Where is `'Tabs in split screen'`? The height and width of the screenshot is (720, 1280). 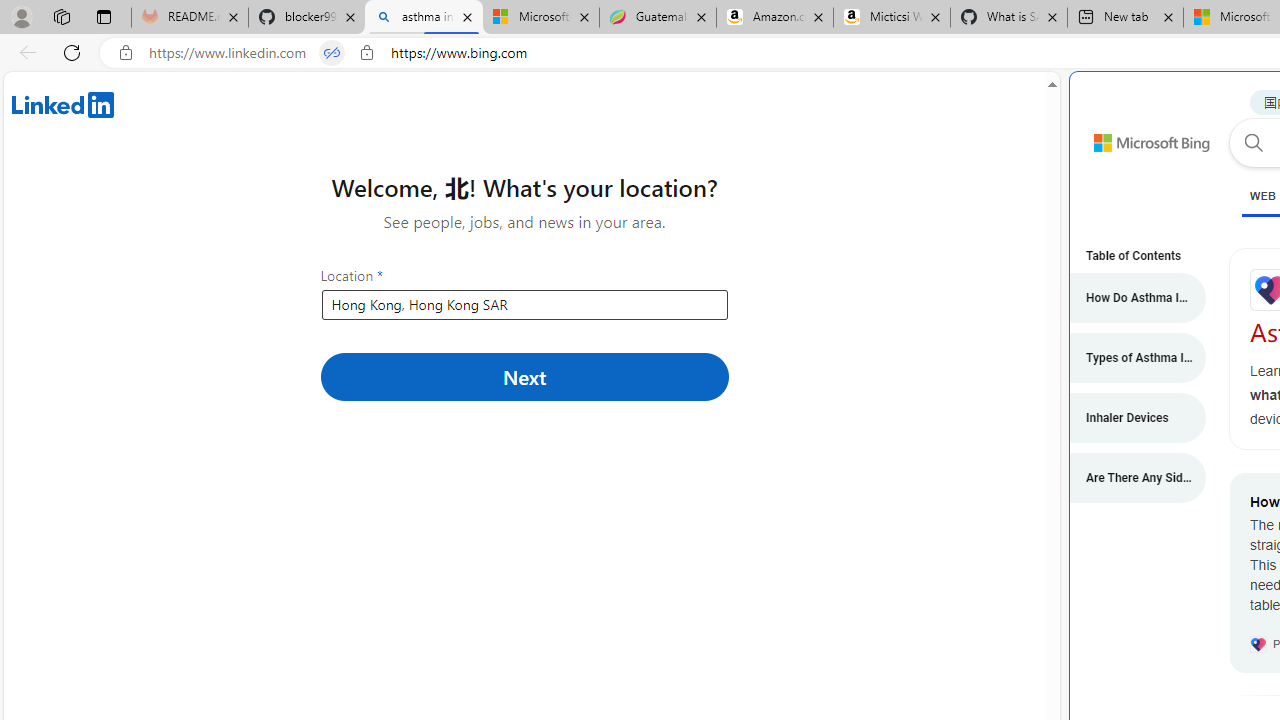 'Tabs in split screen' is located at coordinates (332, 52).